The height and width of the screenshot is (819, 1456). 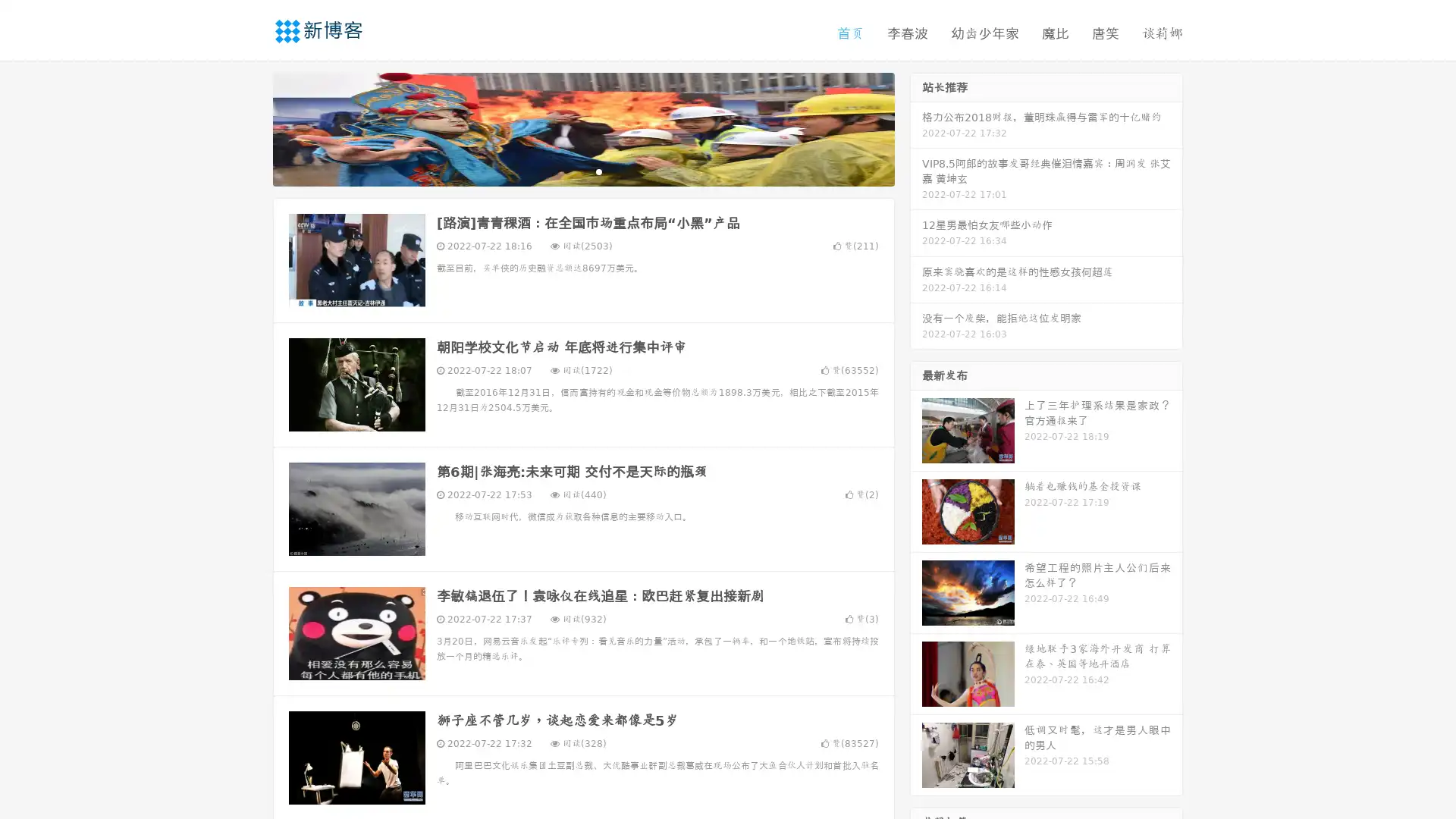 What do you see at coordinates (250, 127) in the screenshot?
I see `Previous slide` at bounding box center [250, 127].